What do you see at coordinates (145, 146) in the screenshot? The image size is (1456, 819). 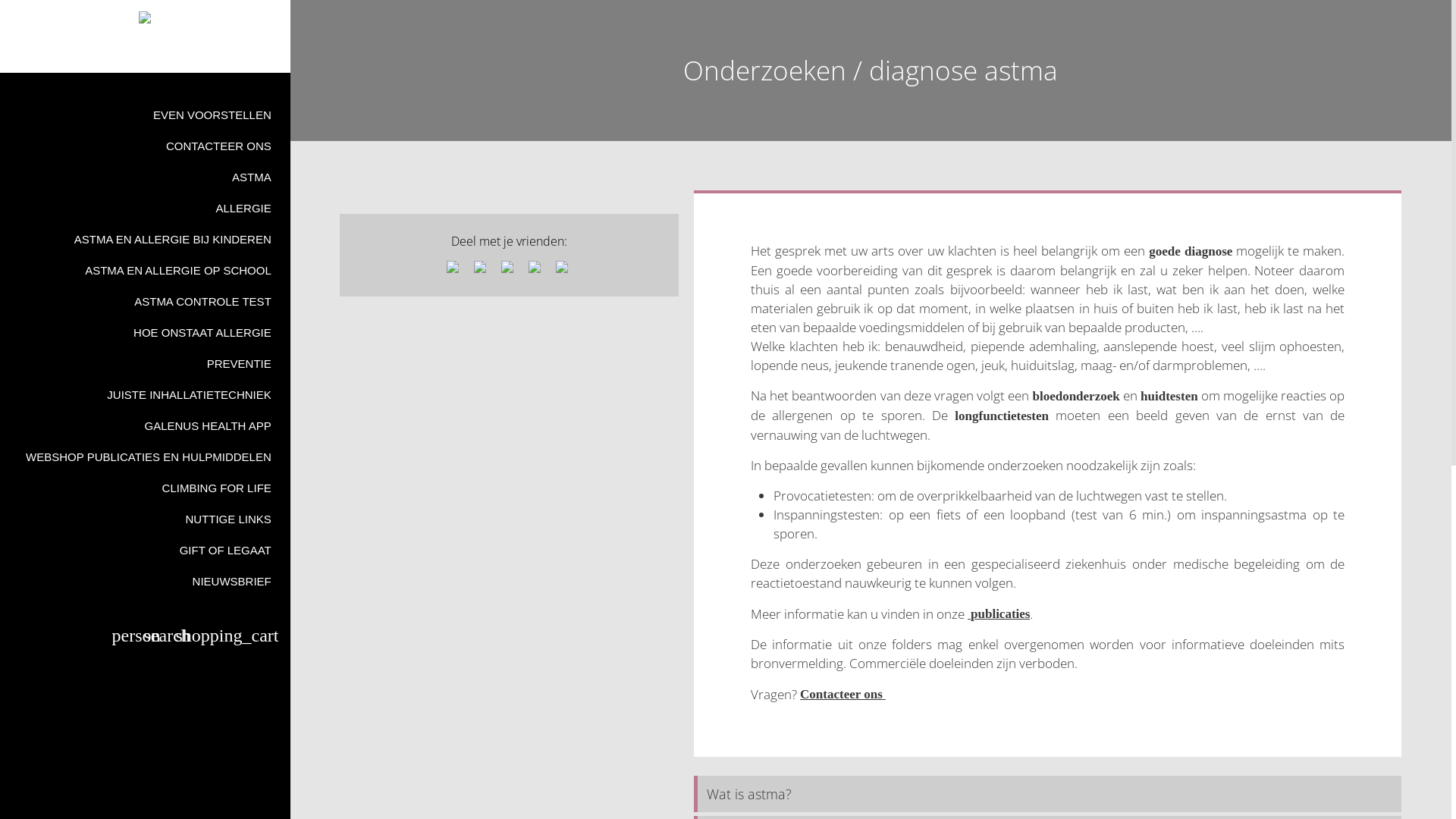 I see `'CONTACTEER ONS'` at bounding box center [145, 146].